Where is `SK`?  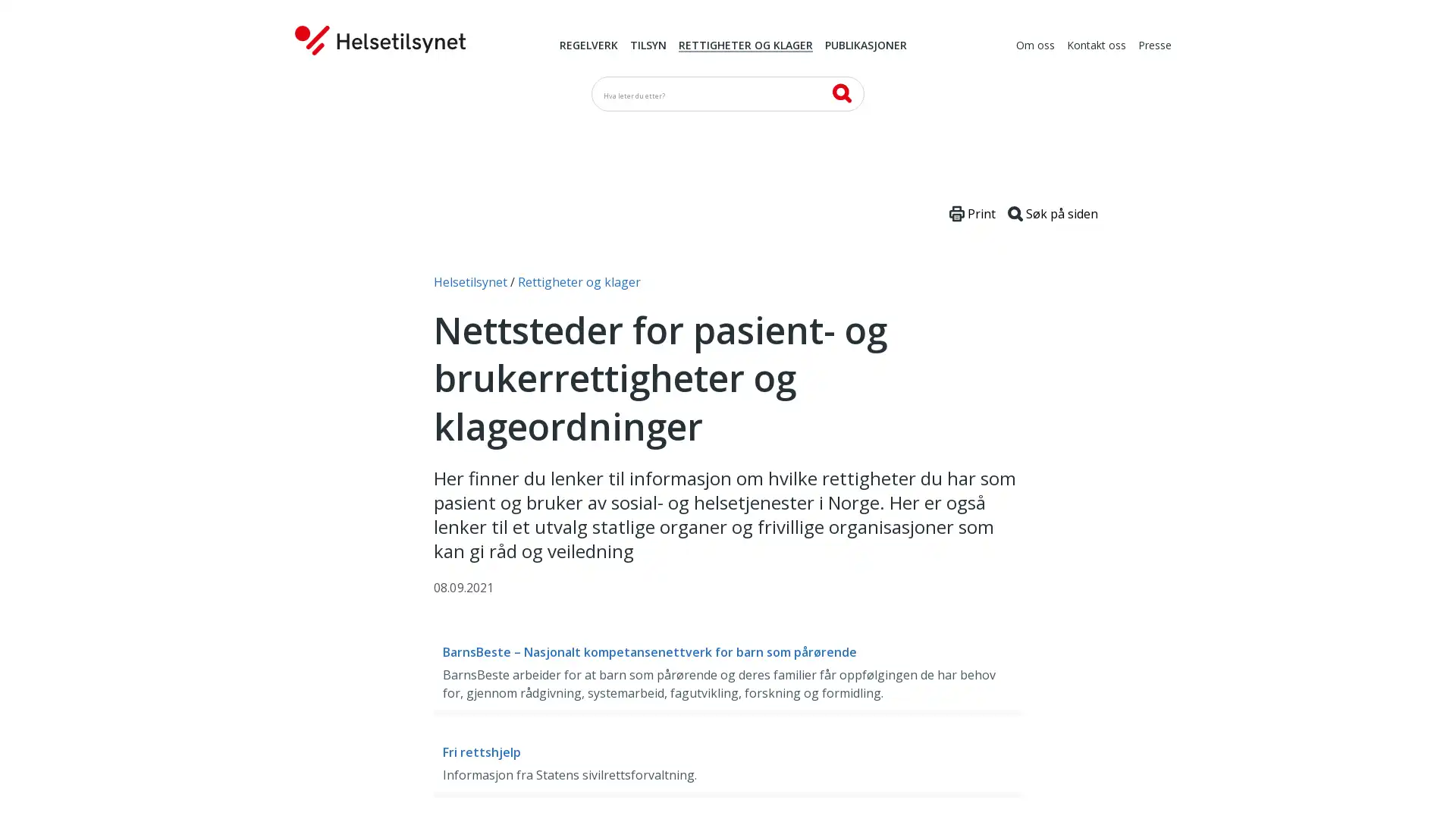
SK is located at coordinates (840, 93).